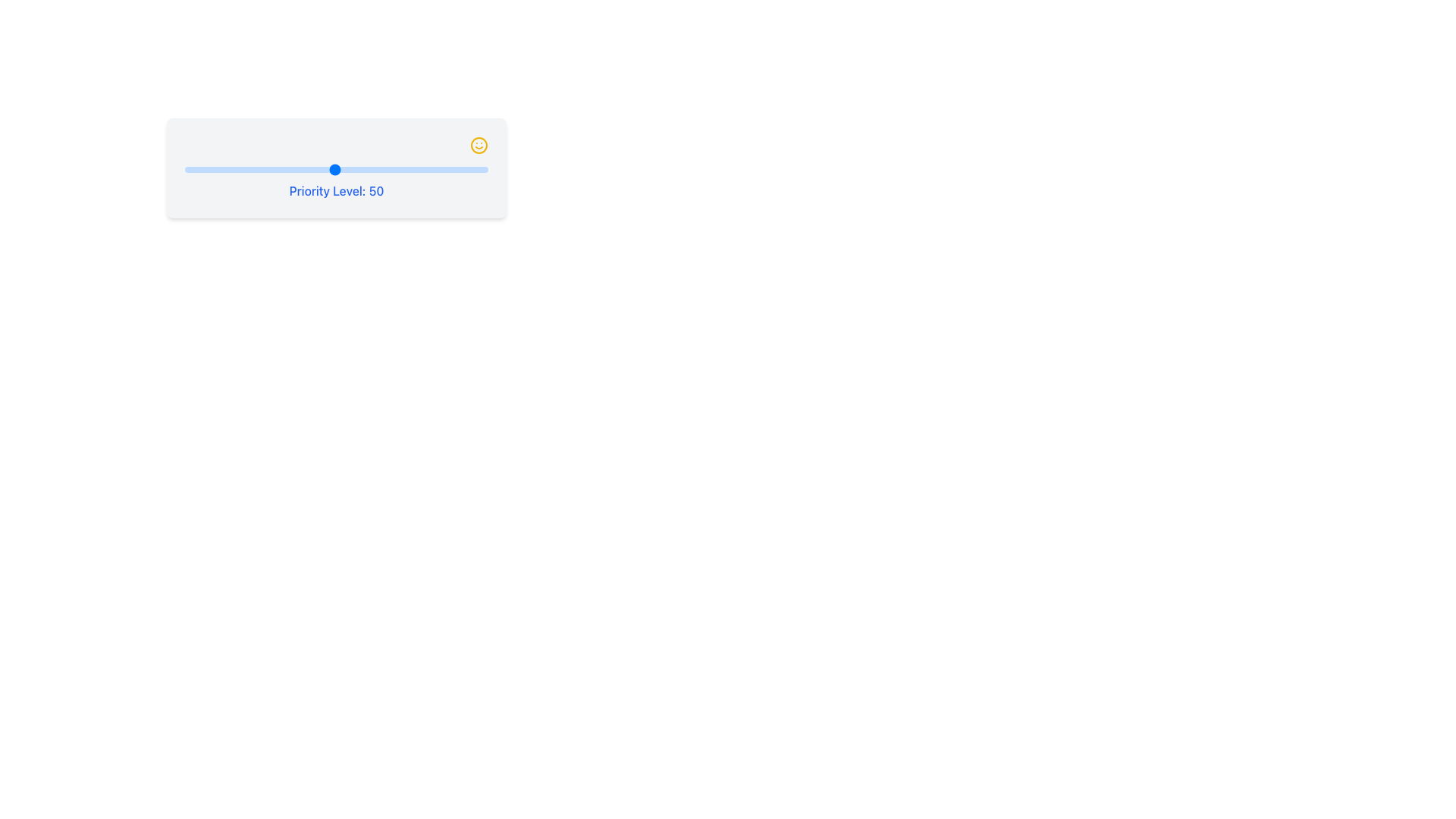 Image resolution: width=1456 pixels, height=819 pixels. I want to click on priority level, so click(399, 169).